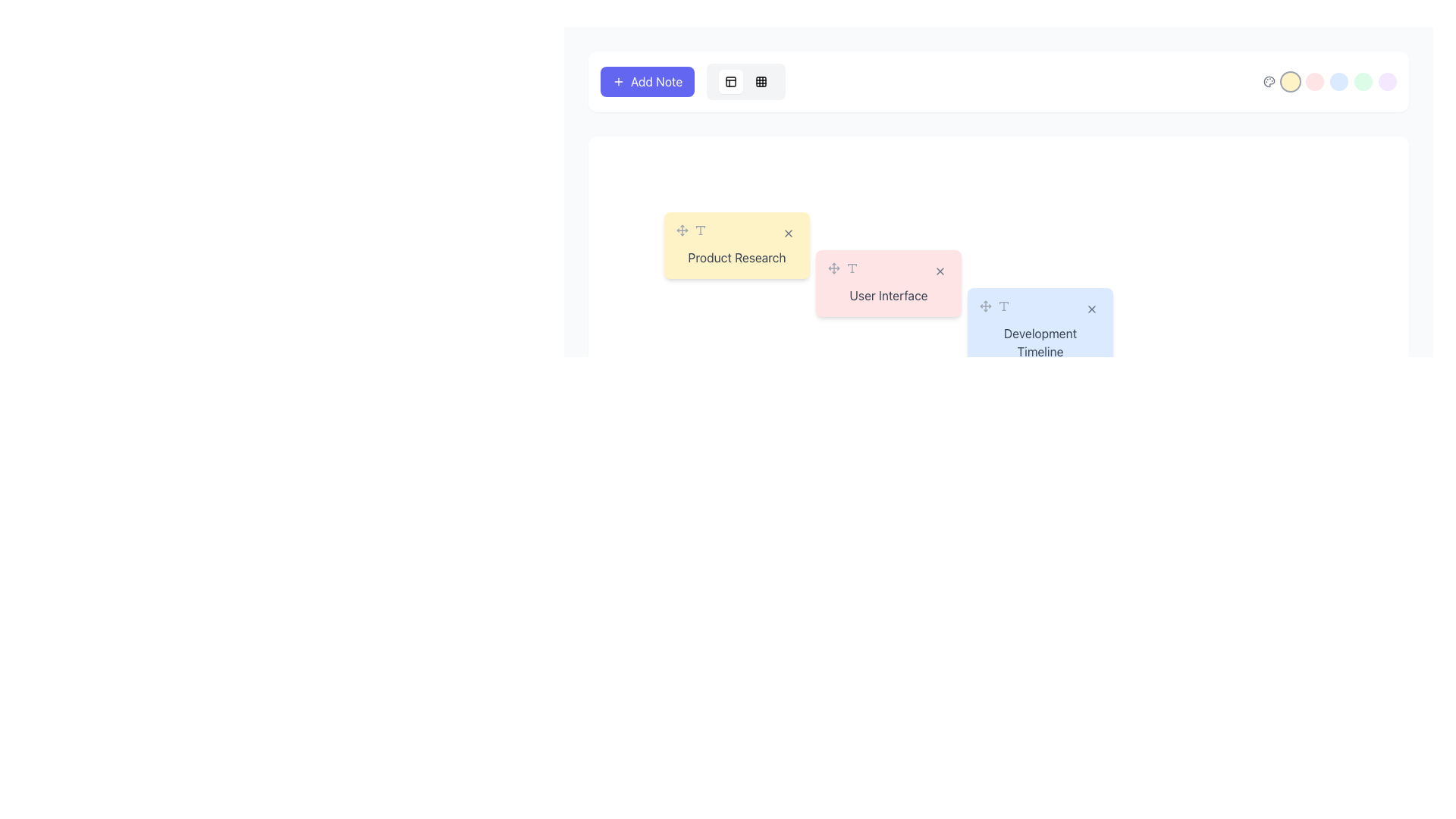 This screenshot has height=819, width=1456. Describe the element at coordinates (789, 234) in the screenshot. I see `the small cross-shaped icon button located at the top-right corner of the yellow note titled 'Product Research'` at that location.